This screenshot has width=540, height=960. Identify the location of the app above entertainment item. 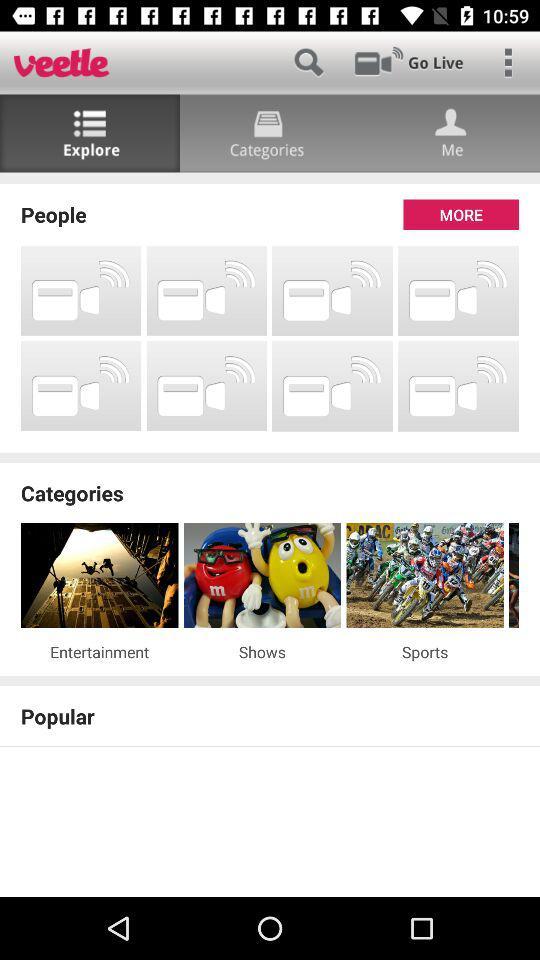
(98, 575).